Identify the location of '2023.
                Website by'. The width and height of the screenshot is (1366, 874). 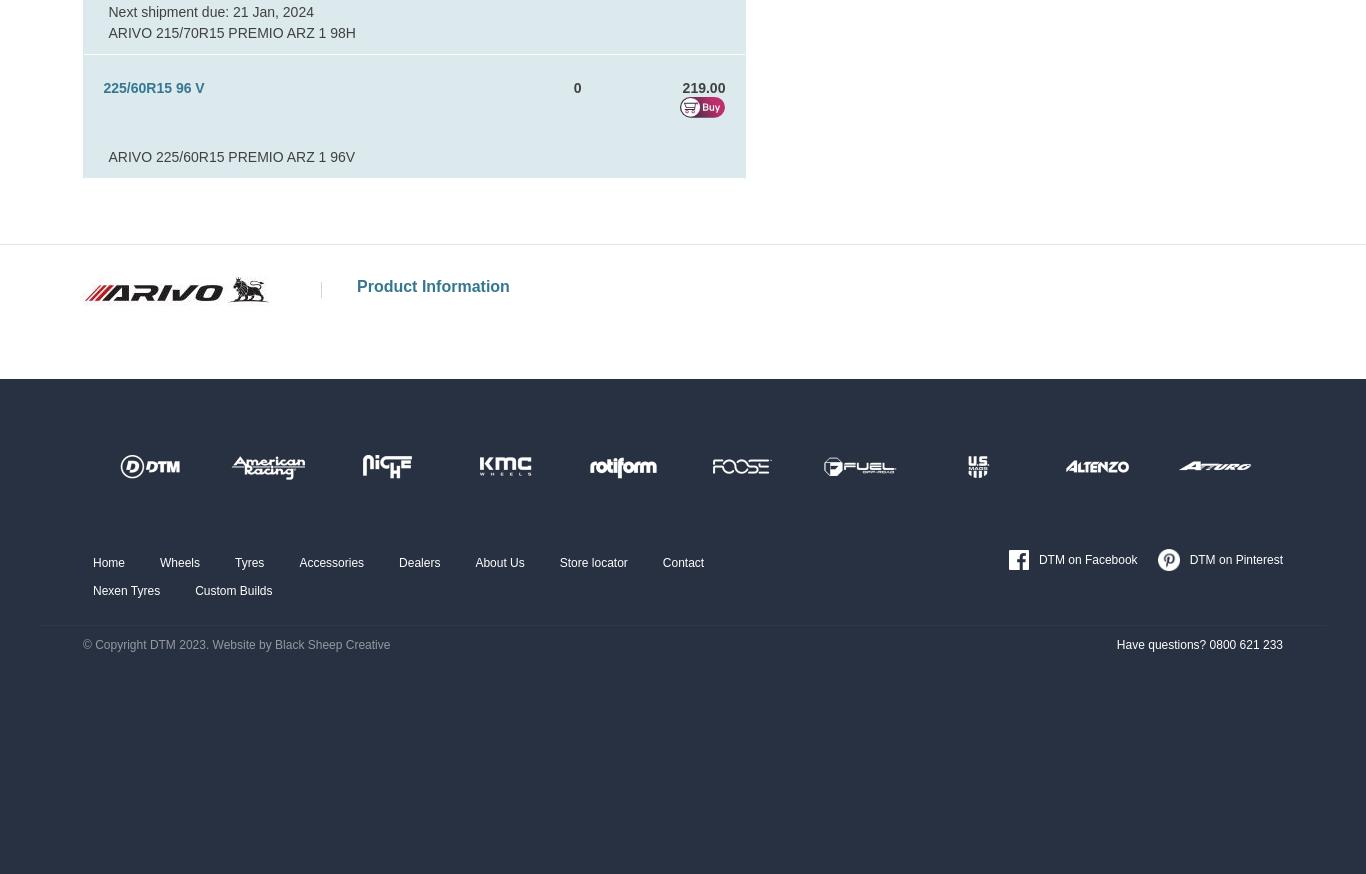
(223, 644).